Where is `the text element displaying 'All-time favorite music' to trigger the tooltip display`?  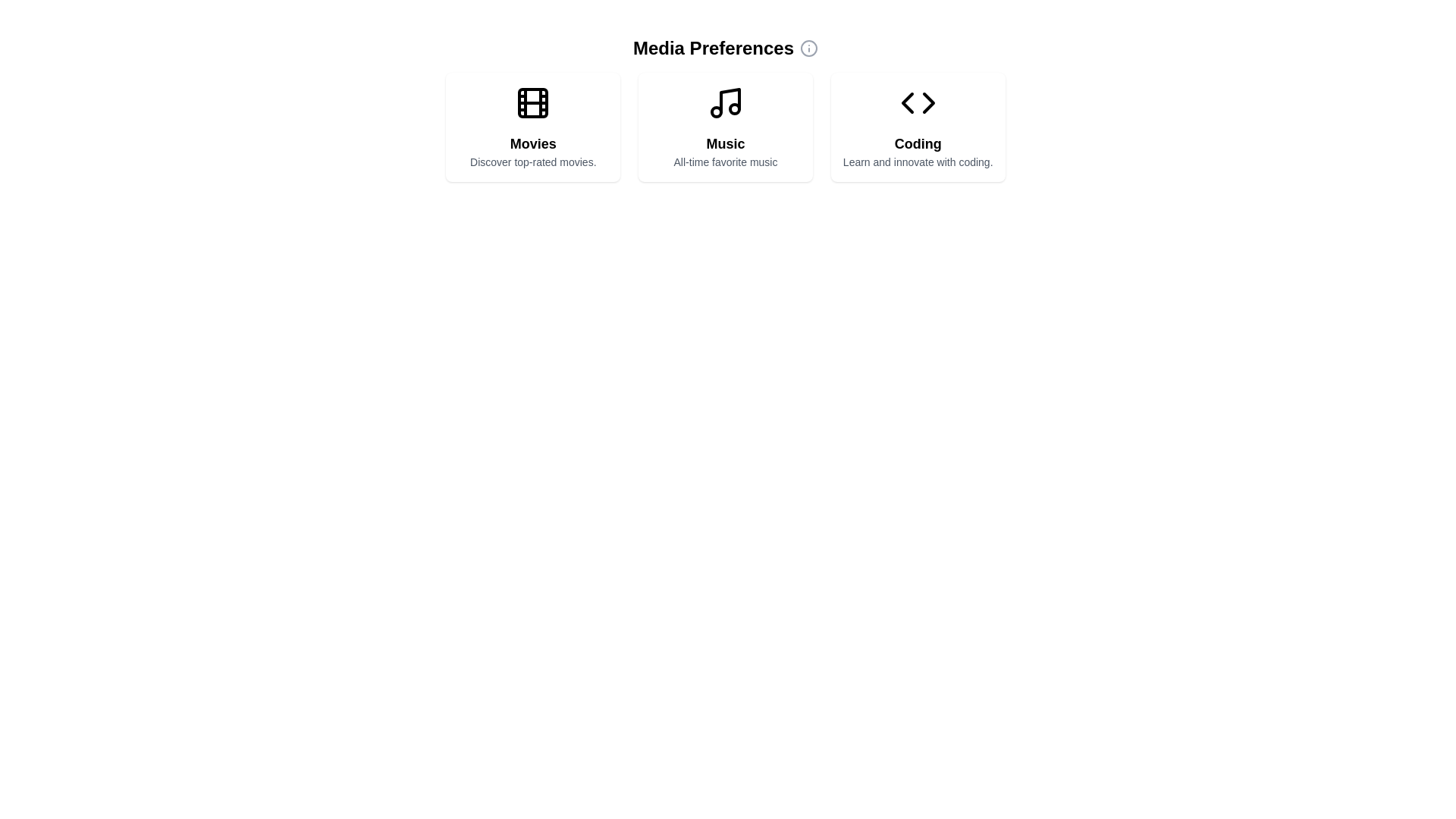 the text element displaying 'All-time favorite music' to trigger the tooltip display is located at coordinates (724, 162).